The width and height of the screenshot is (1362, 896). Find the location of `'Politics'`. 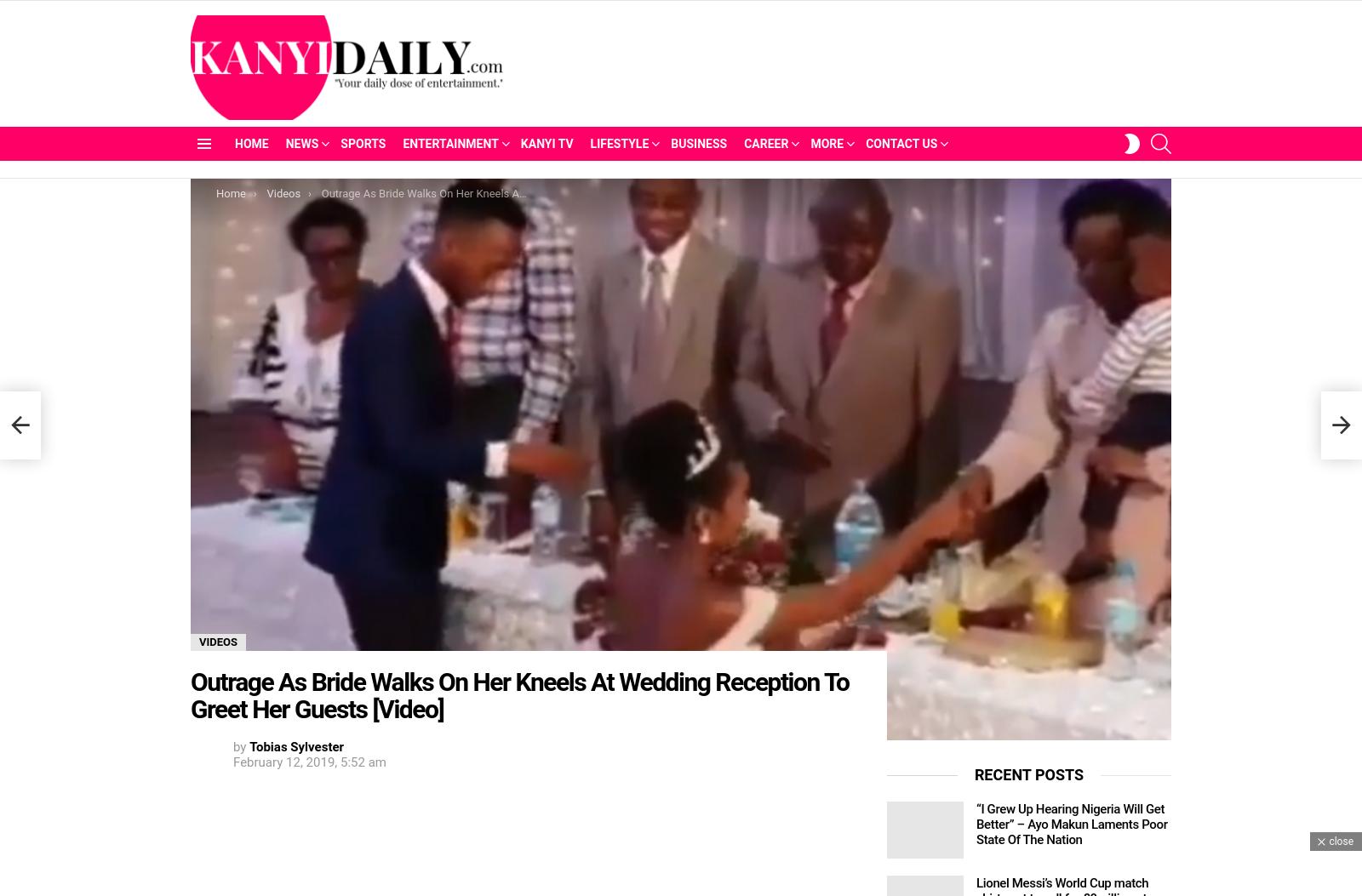

'Politics' is located at coordinates (317, 208).